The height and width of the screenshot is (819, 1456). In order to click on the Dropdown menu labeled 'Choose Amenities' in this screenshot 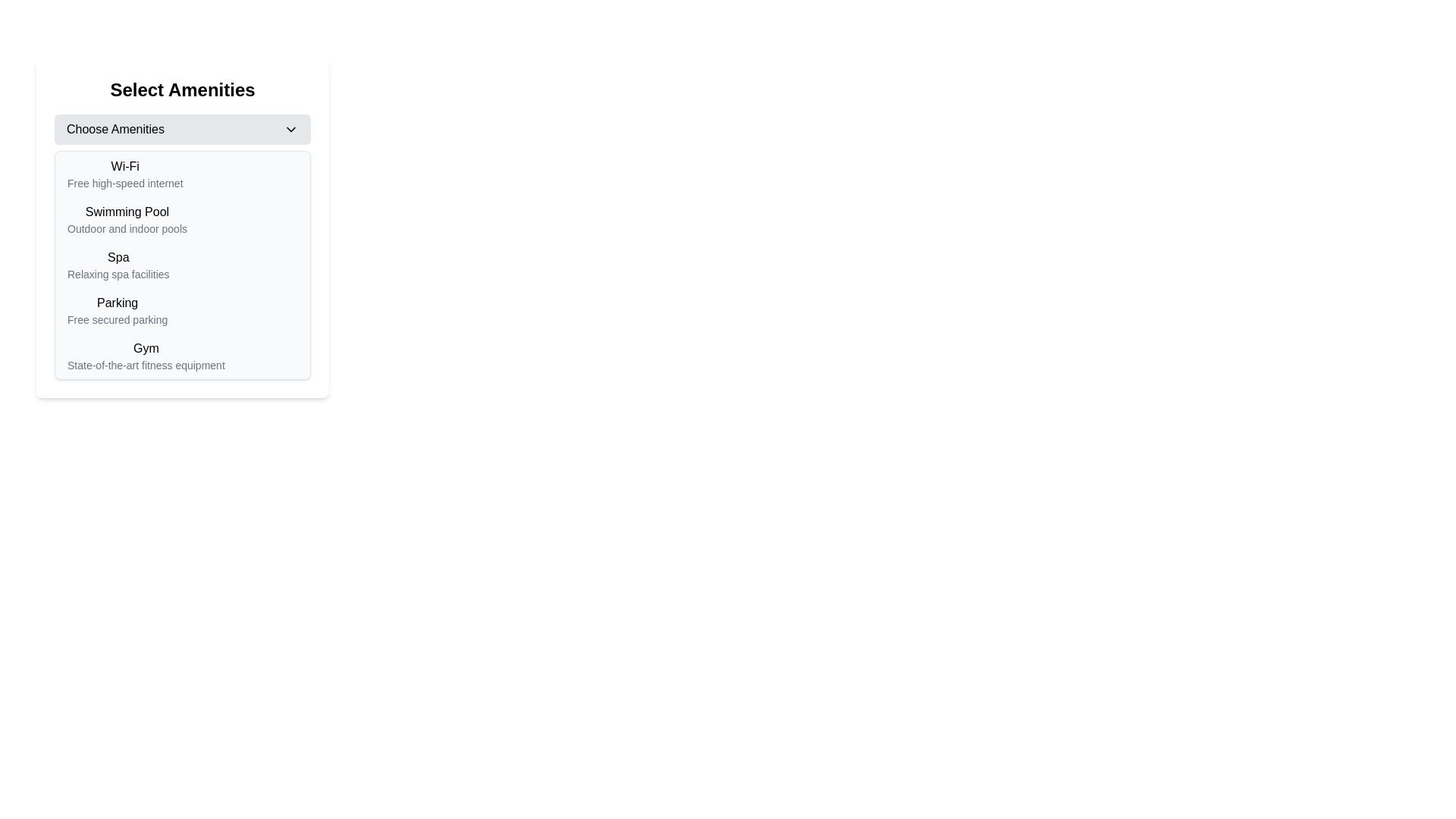, I will do `click(182, 128)`.